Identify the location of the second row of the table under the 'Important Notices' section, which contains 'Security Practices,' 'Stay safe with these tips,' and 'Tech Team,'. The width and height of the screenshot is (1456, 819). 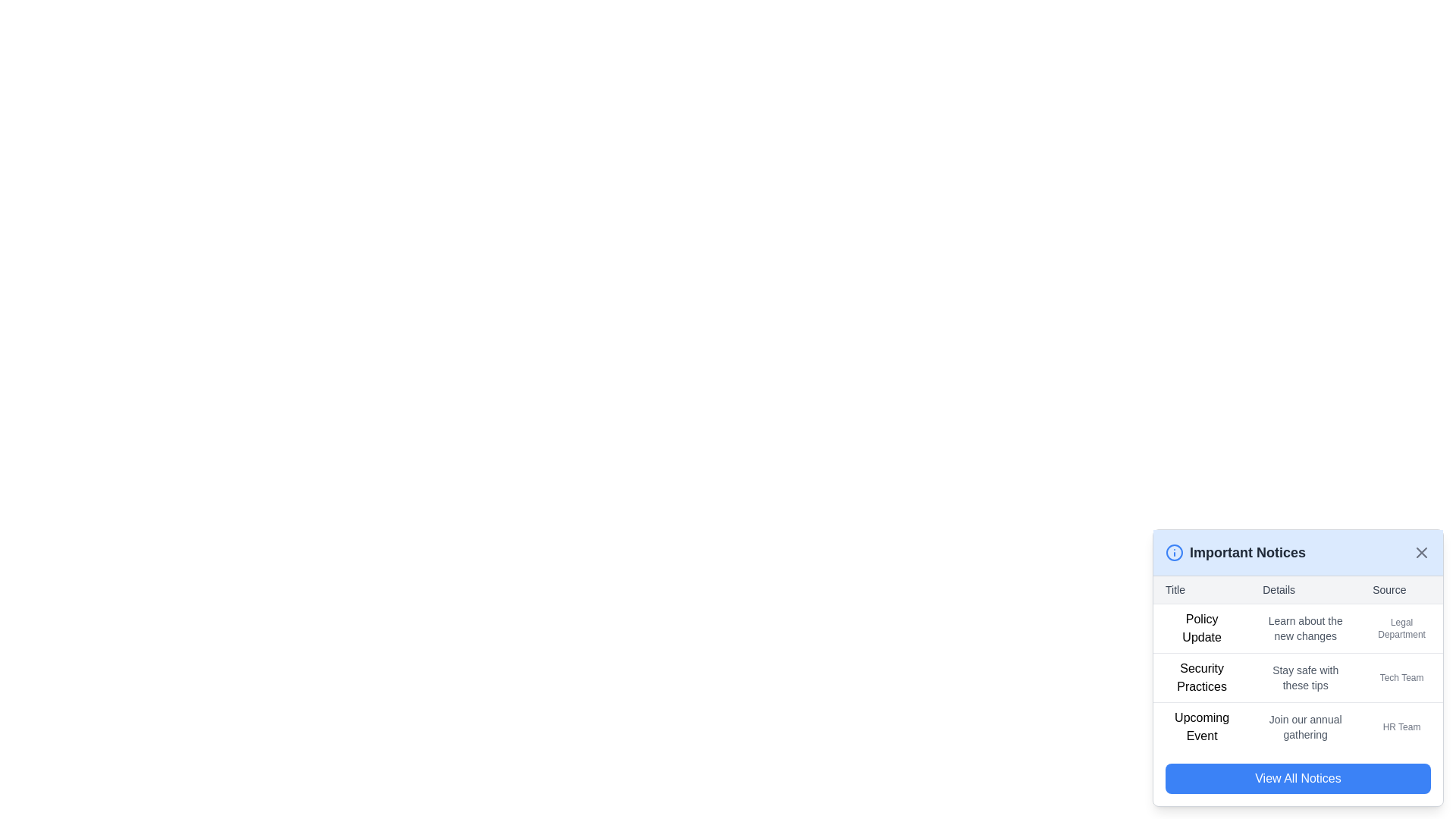
(1298, 663).